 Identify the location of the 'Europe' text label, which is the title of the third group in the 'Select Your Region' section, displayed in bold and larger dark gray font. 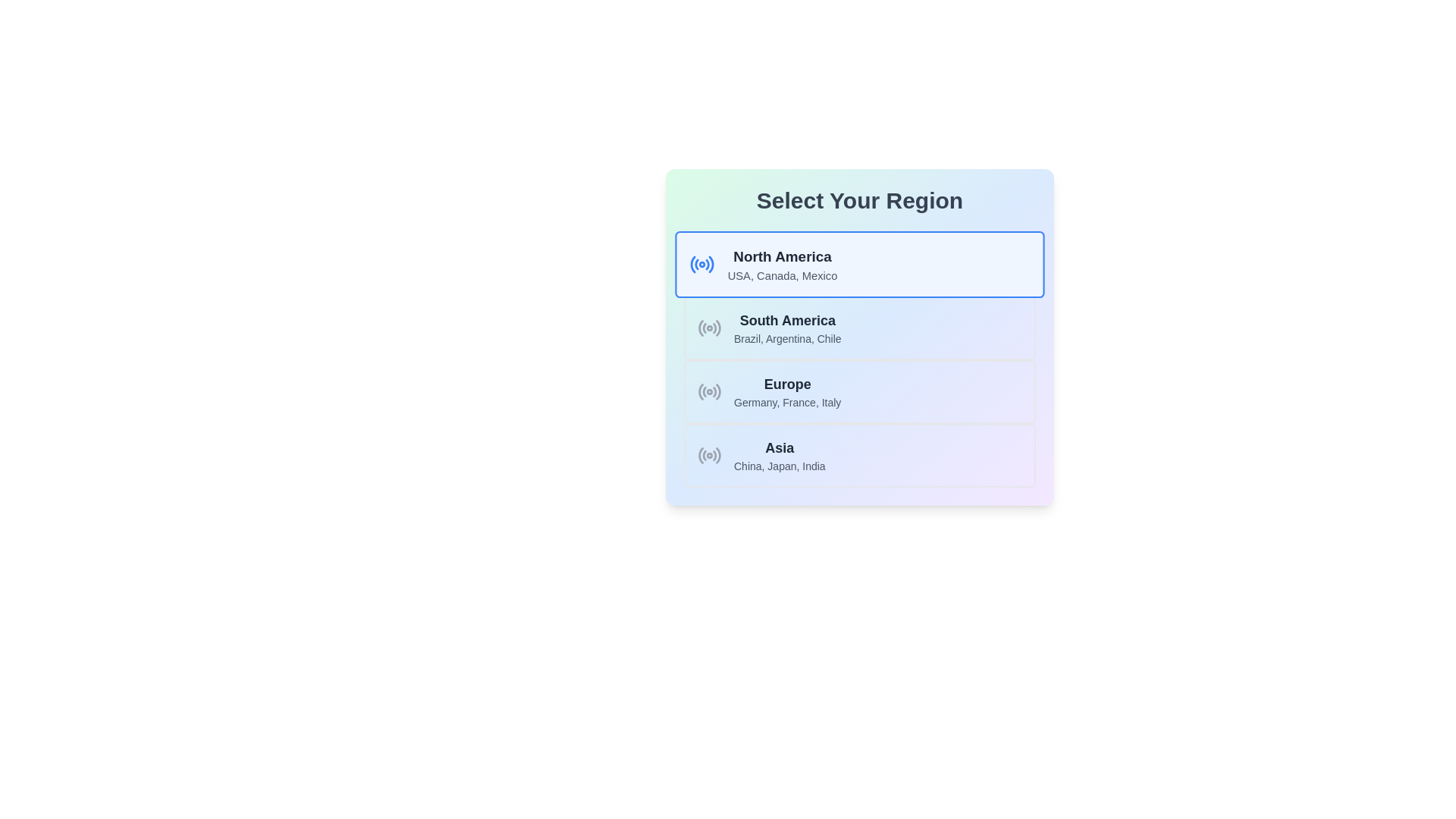
(787, 383).